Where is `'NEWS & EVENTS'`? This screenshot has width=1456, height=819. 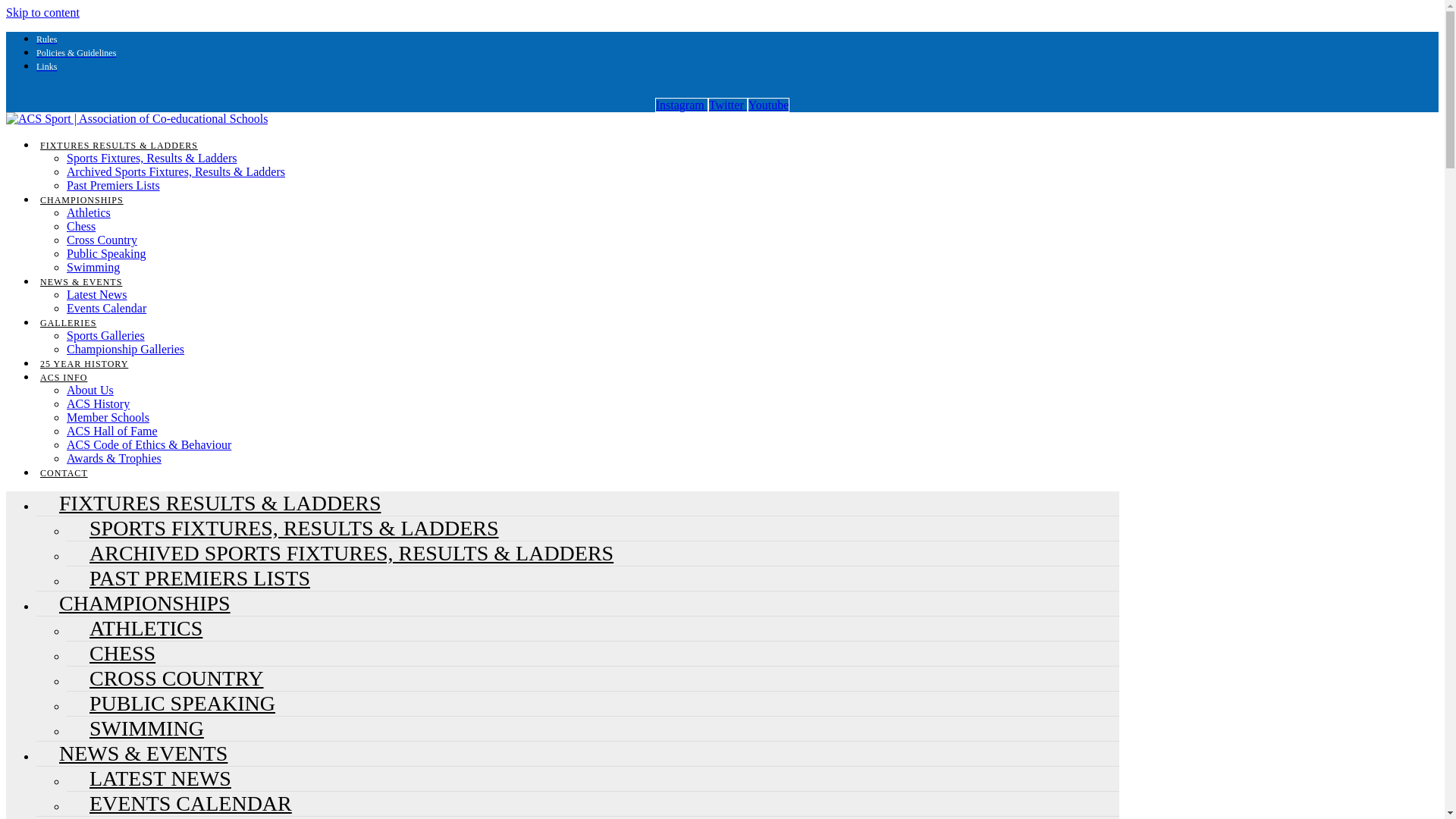
'NEWS & EVENTS' is located at coordinates (36, 281).